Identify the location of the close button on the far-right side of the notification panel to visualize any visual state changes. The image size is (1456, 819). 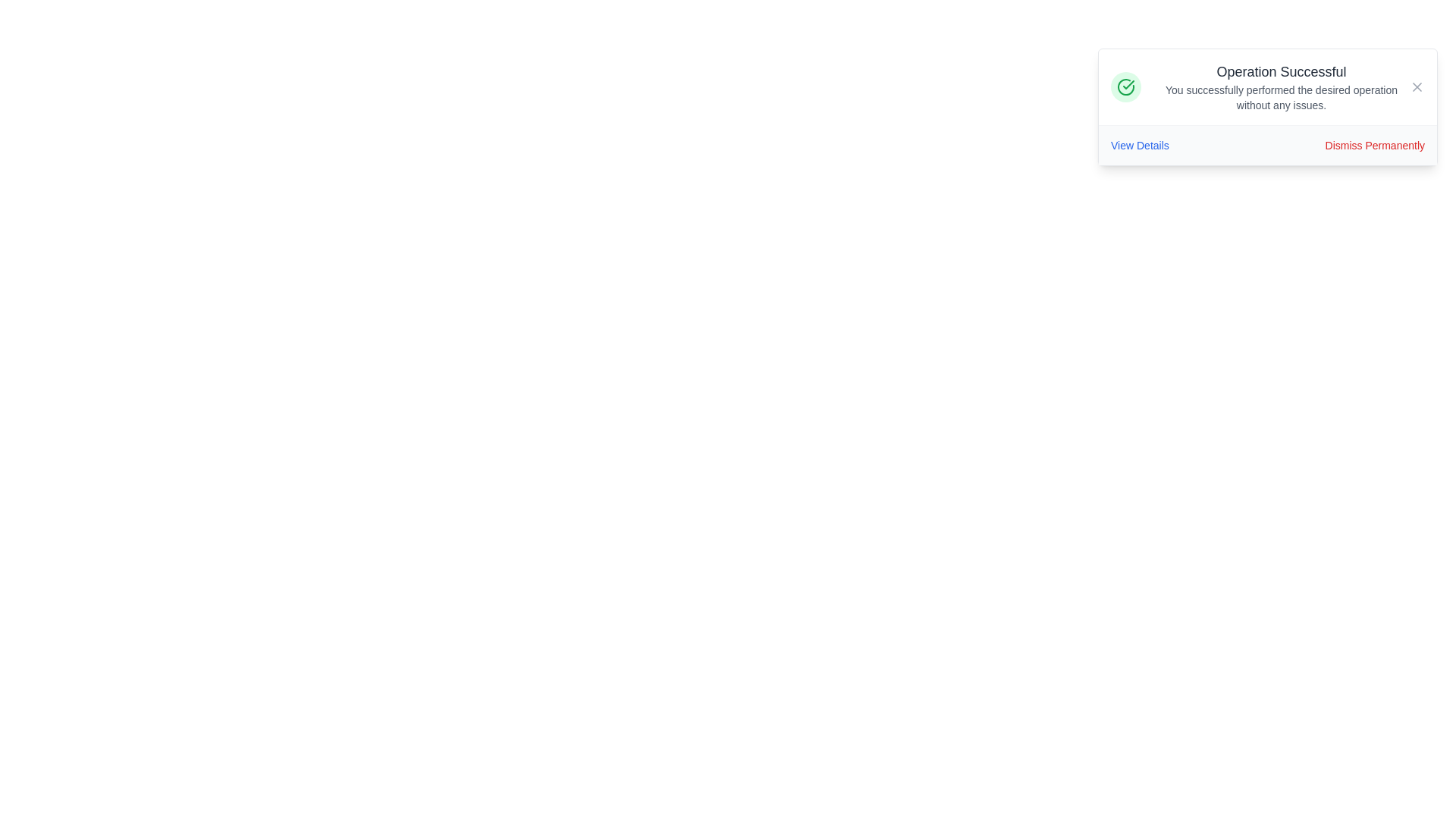
(1416, 87).